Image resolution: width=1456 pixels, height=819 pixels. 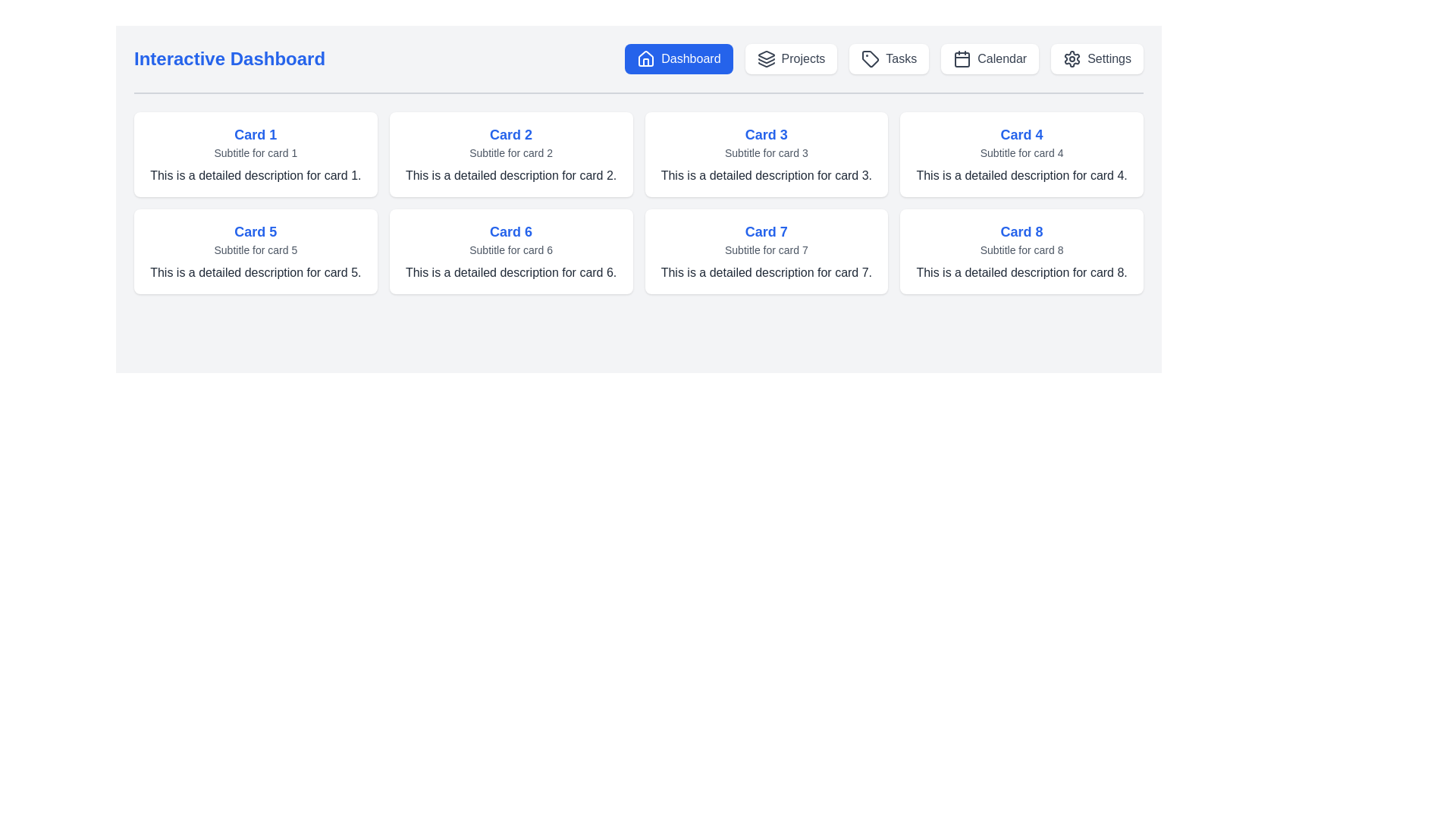 What do you see at coordinates (646, 58) in the screenshot?
I see `the 'home' icon representing the Dashboard page, located in the top navigation bar to the left of the 'Dashboard' text` at bounding box center [646, 58].